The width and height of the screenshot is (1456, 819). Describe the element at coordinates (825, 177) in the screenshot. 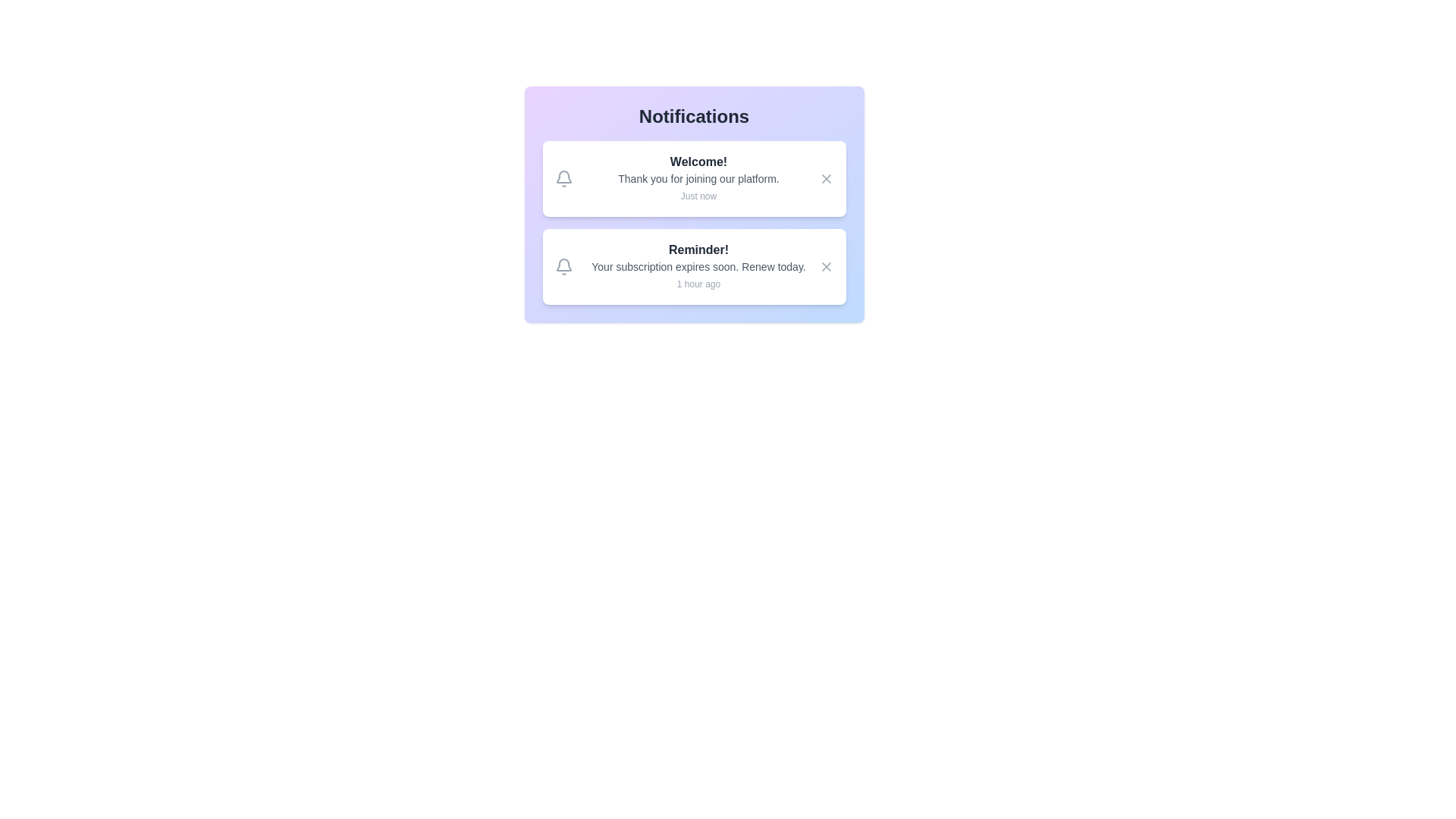

I see `close button next to the notification titled 'Welcome!' to remove it` at that location.